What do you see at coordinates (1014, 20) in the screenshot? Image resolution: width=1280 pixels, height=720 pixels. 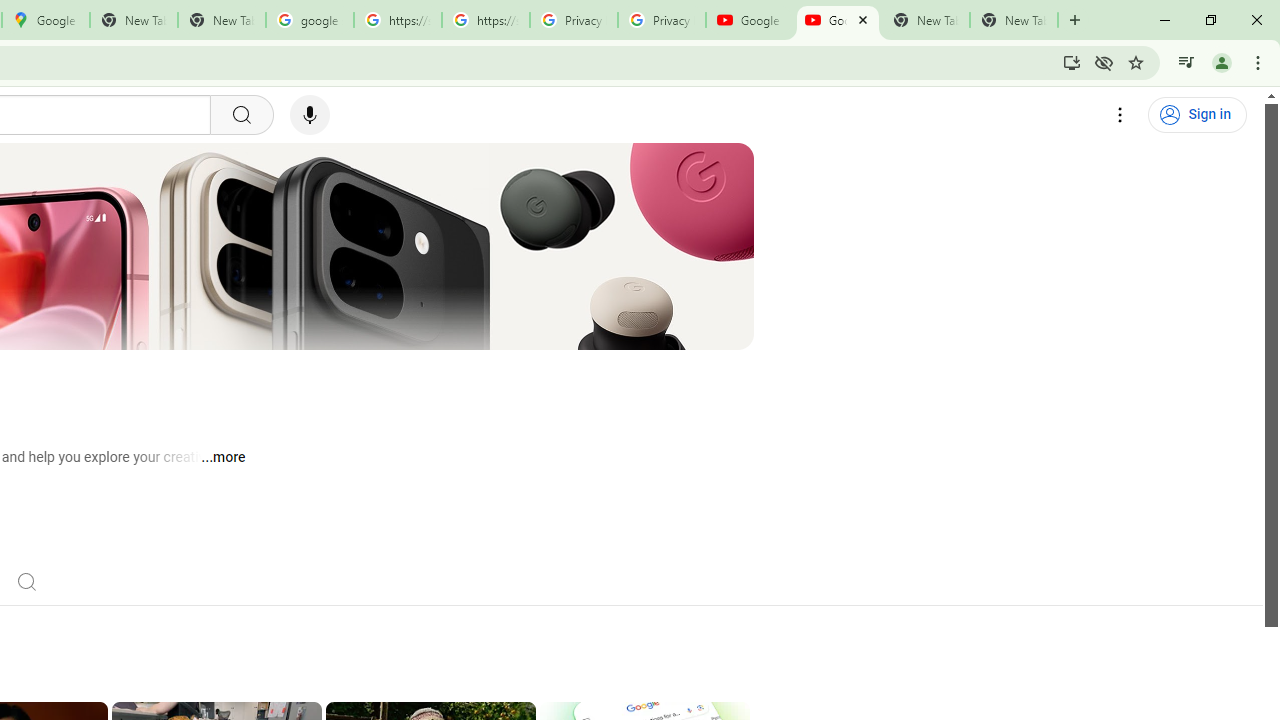 I see `'New Tab'` at bounding box center [1014, 20].